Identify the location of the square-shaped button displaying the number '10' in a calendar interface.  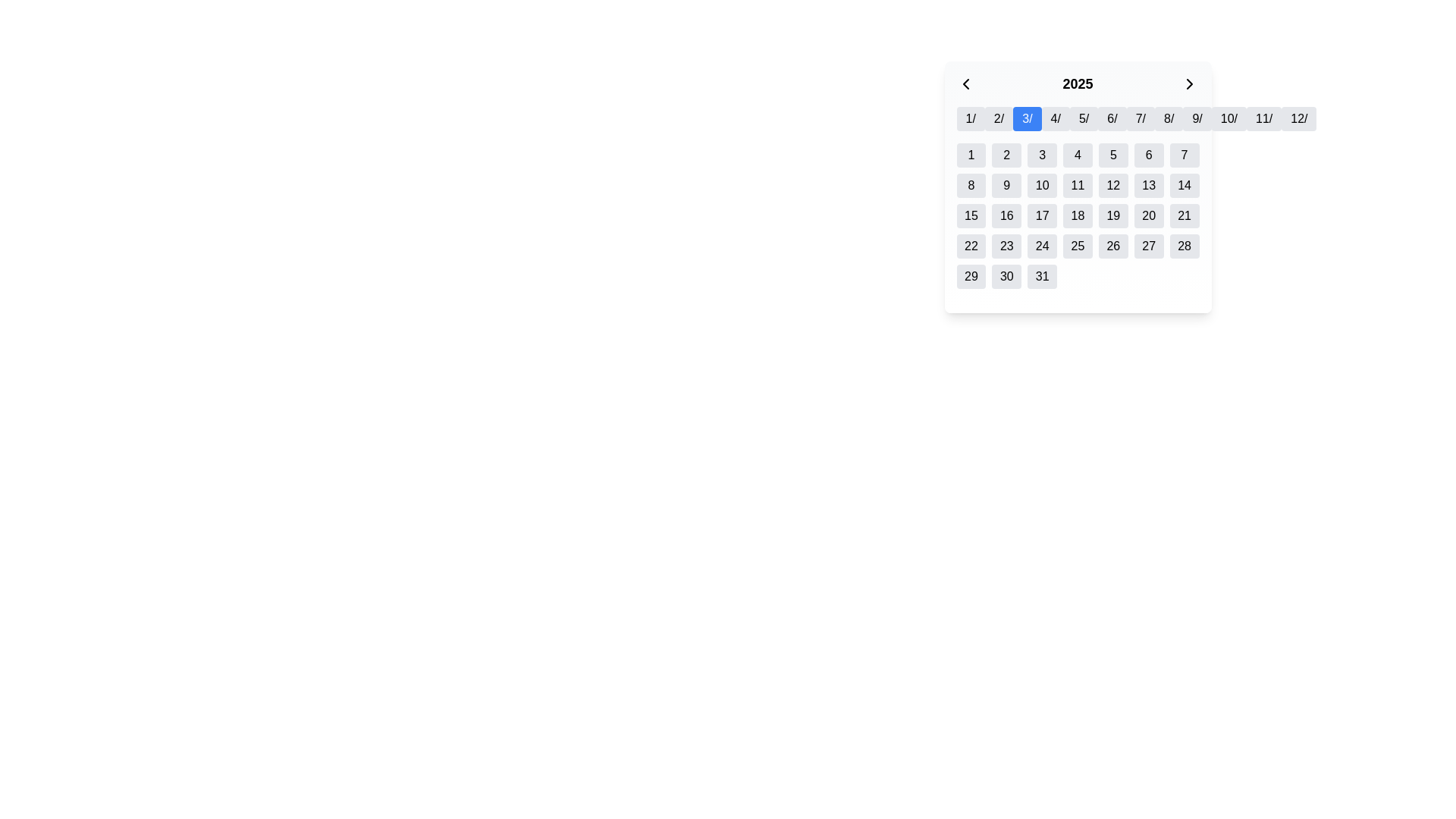
(1041, 185).